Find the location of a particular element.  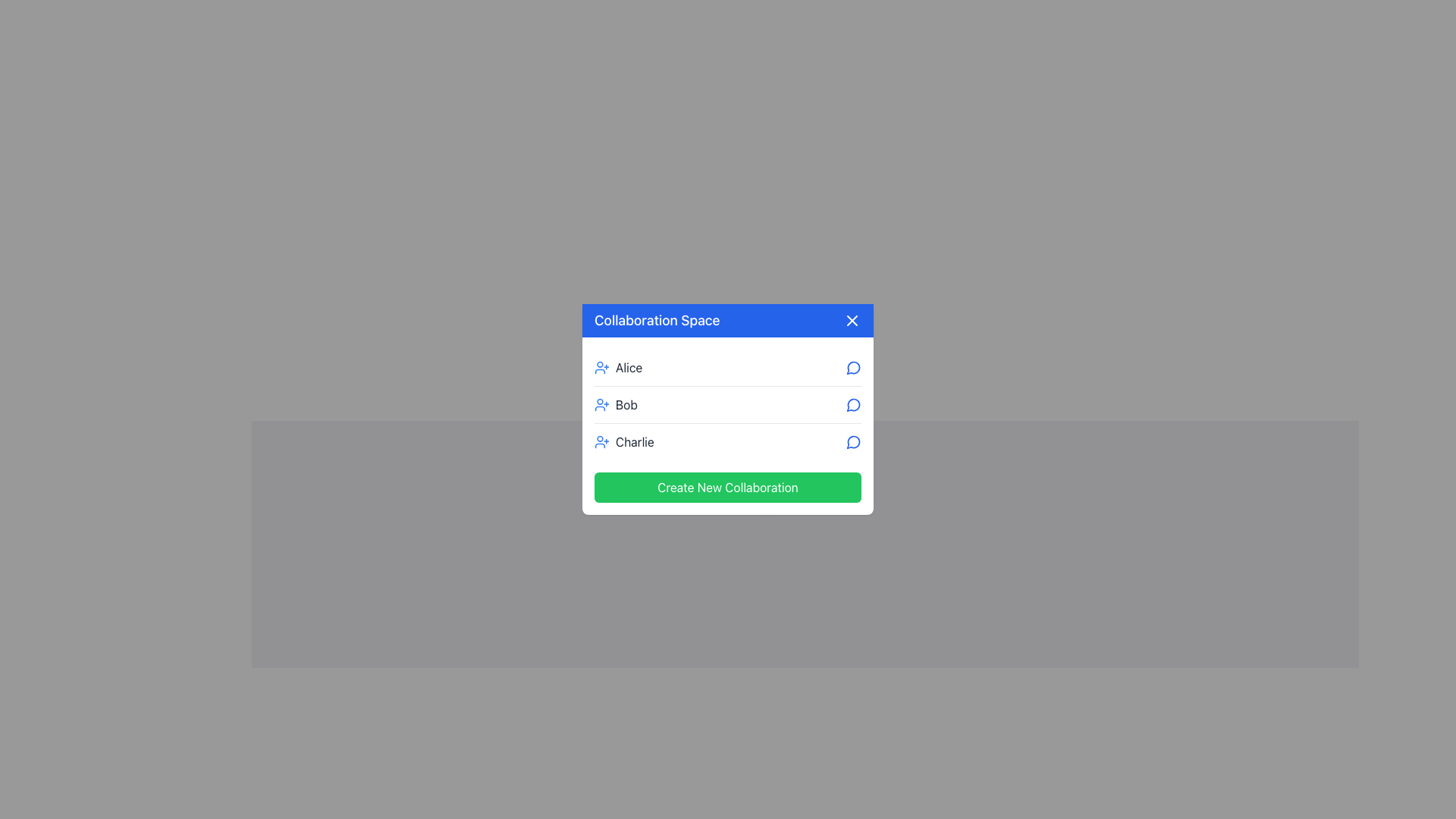

the close button located at the rightmost side of the 'Collaboration Space' dialog is located at coordinates (852, 320).